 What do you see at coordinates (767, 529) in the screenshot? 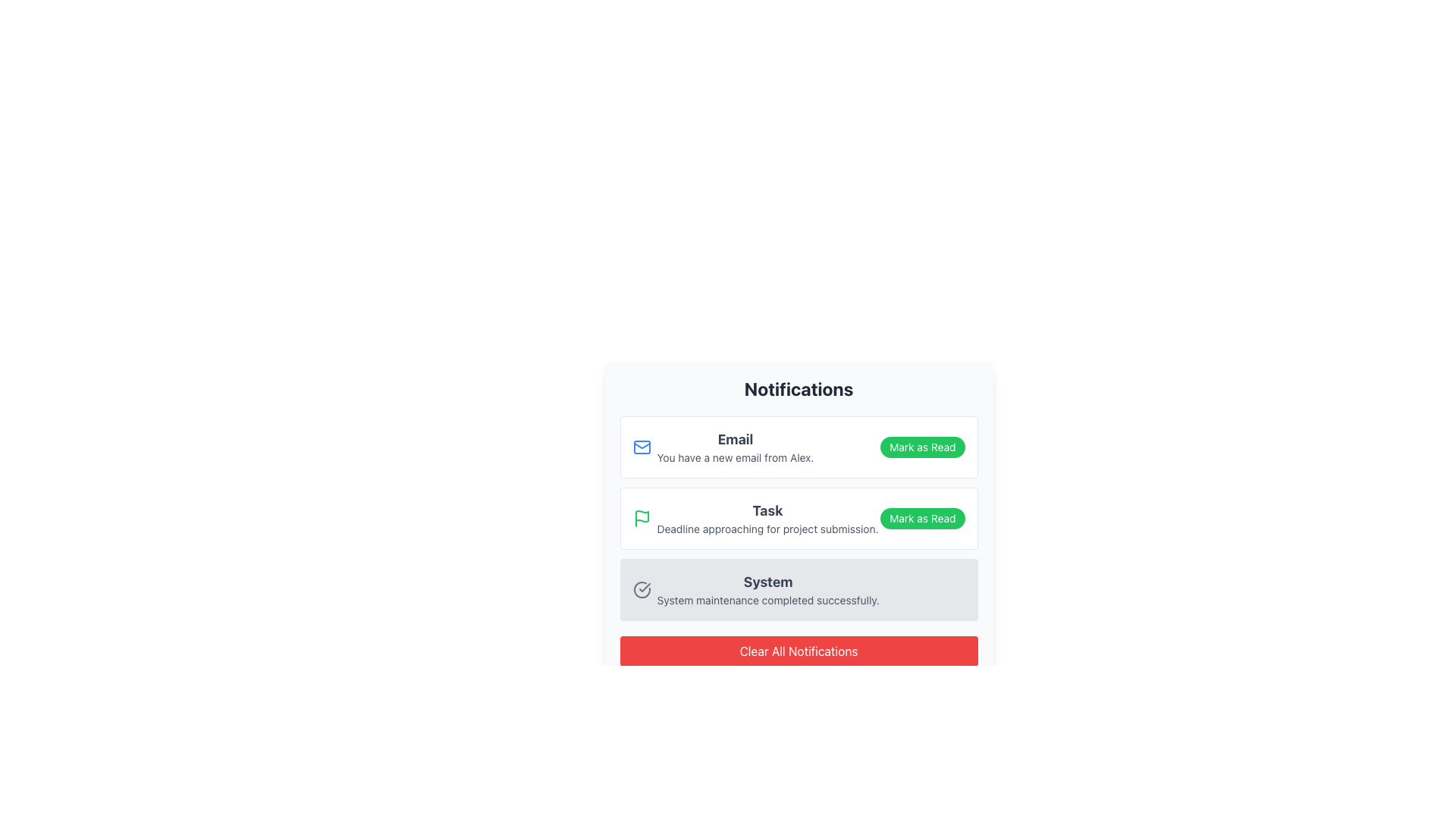
I see `the text label that reads 'Deadline approaching for project submission.' located just below the 'Task' heading in the notifications section` at bounding box center [767, 529].